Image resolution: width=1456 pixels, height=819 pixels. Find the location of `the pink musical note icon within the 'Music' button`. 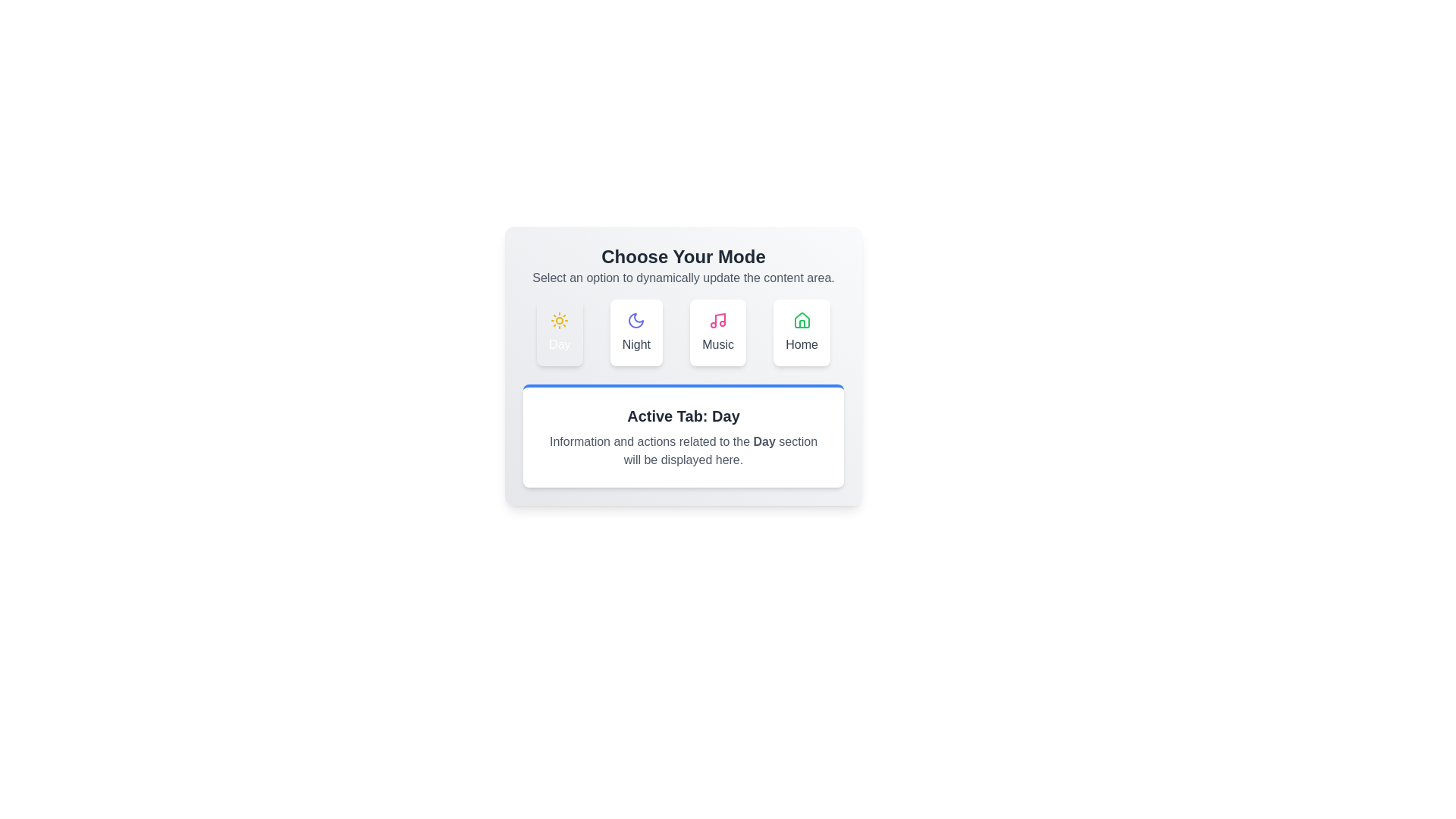

the pink musical note icon within the 'Music' button is located at coordinates (717, 320).